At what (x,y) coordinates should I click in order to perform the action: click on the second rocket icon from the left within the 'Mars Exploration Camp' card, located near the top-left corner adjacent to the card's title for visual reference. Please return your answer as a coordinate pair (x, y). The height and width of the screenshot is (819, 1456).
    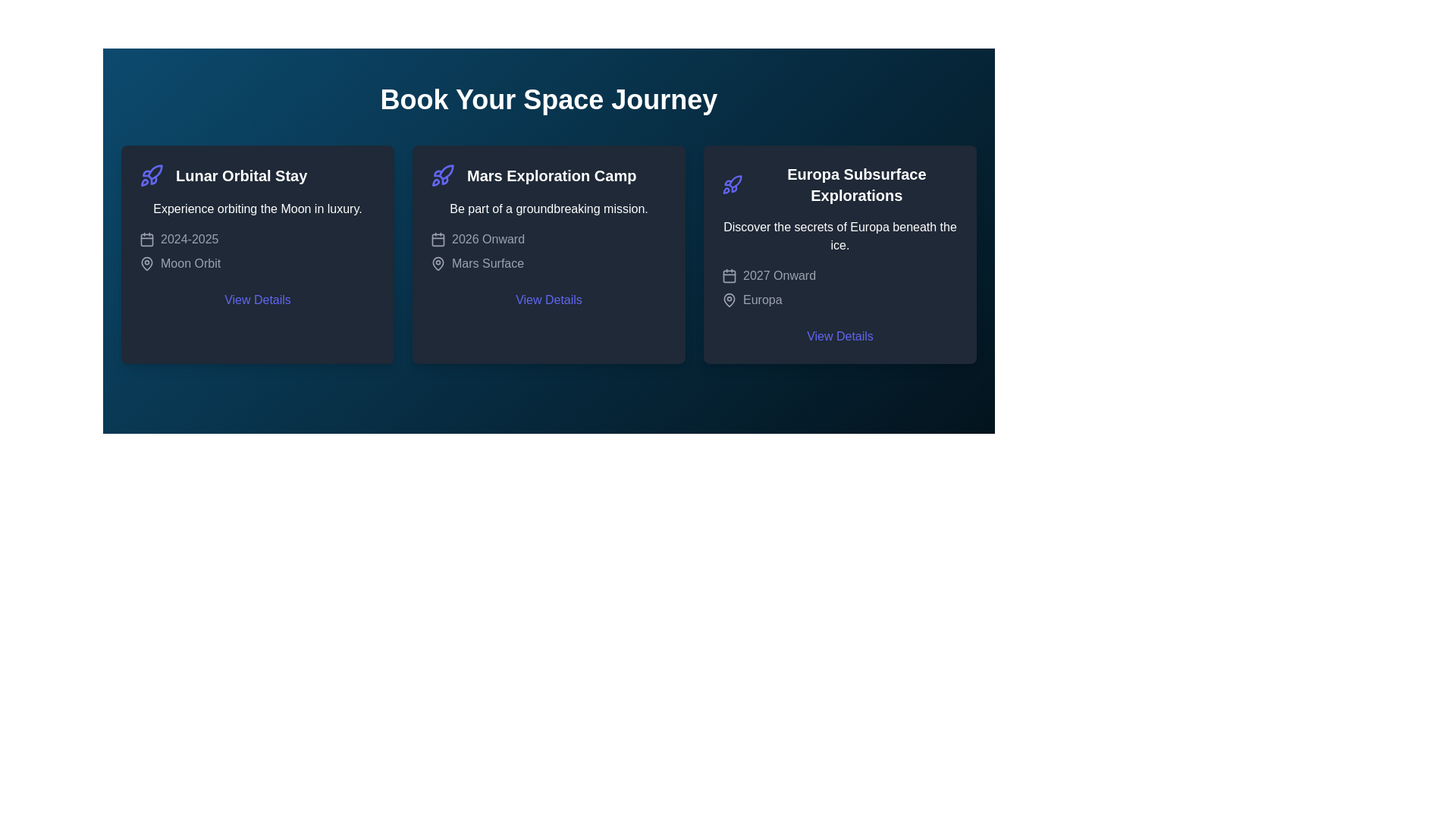
    Looking at the image, I should click on (445, 171).